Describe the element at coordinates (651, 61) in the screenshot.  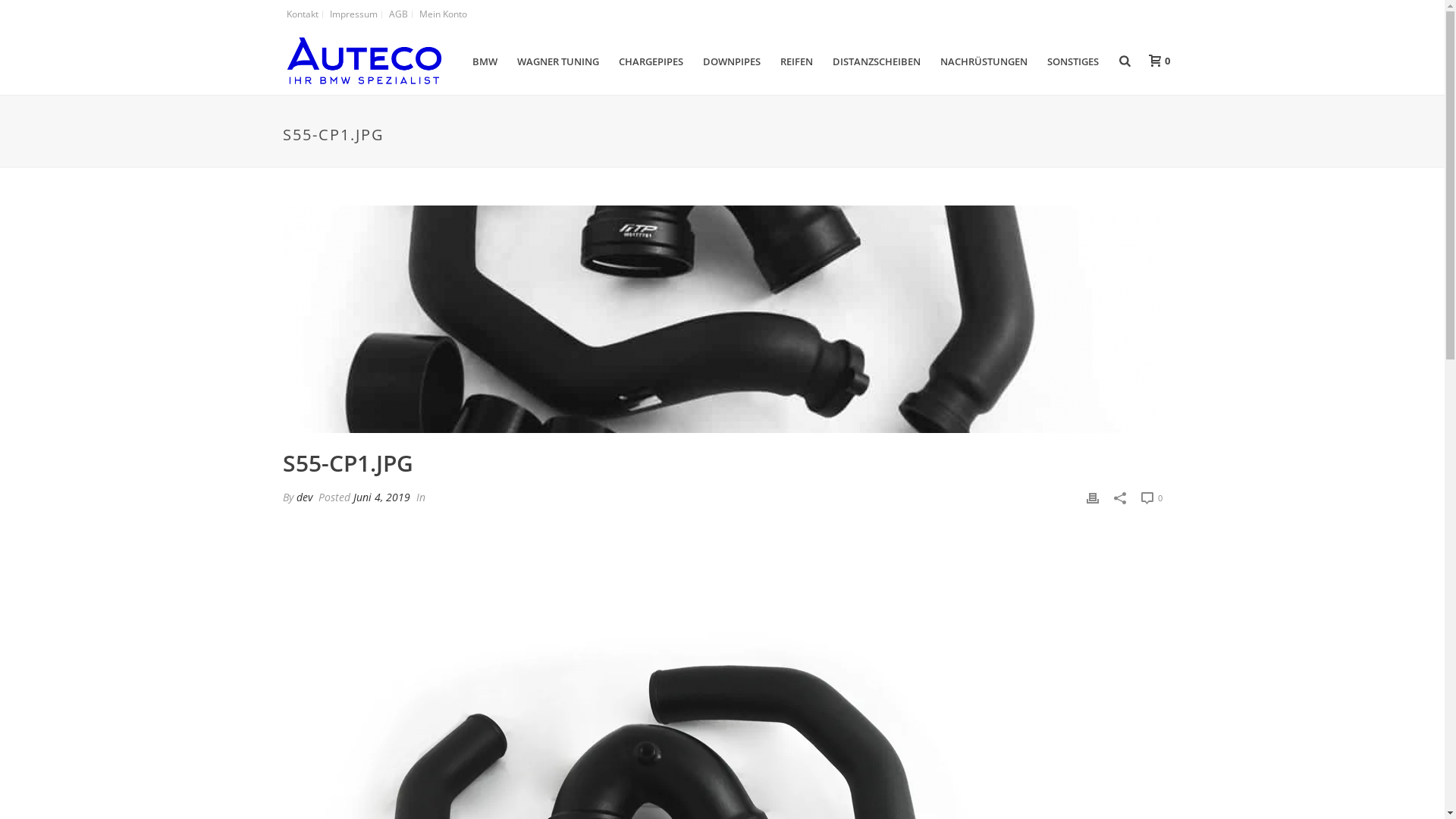
I see `'CHARGEPIPES'` at that location.